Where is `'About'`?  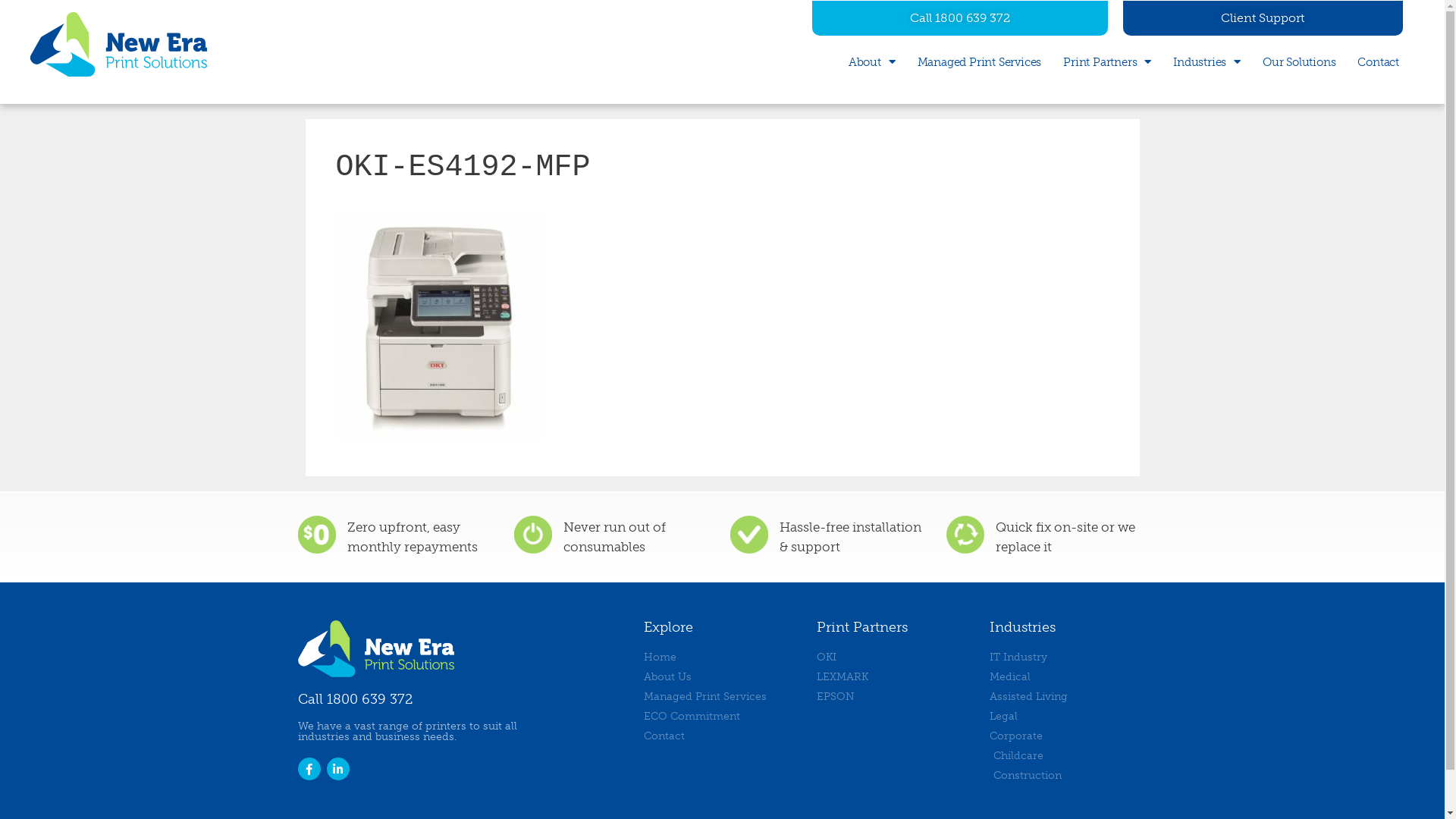 'About' is located at coordinates (872, 61).